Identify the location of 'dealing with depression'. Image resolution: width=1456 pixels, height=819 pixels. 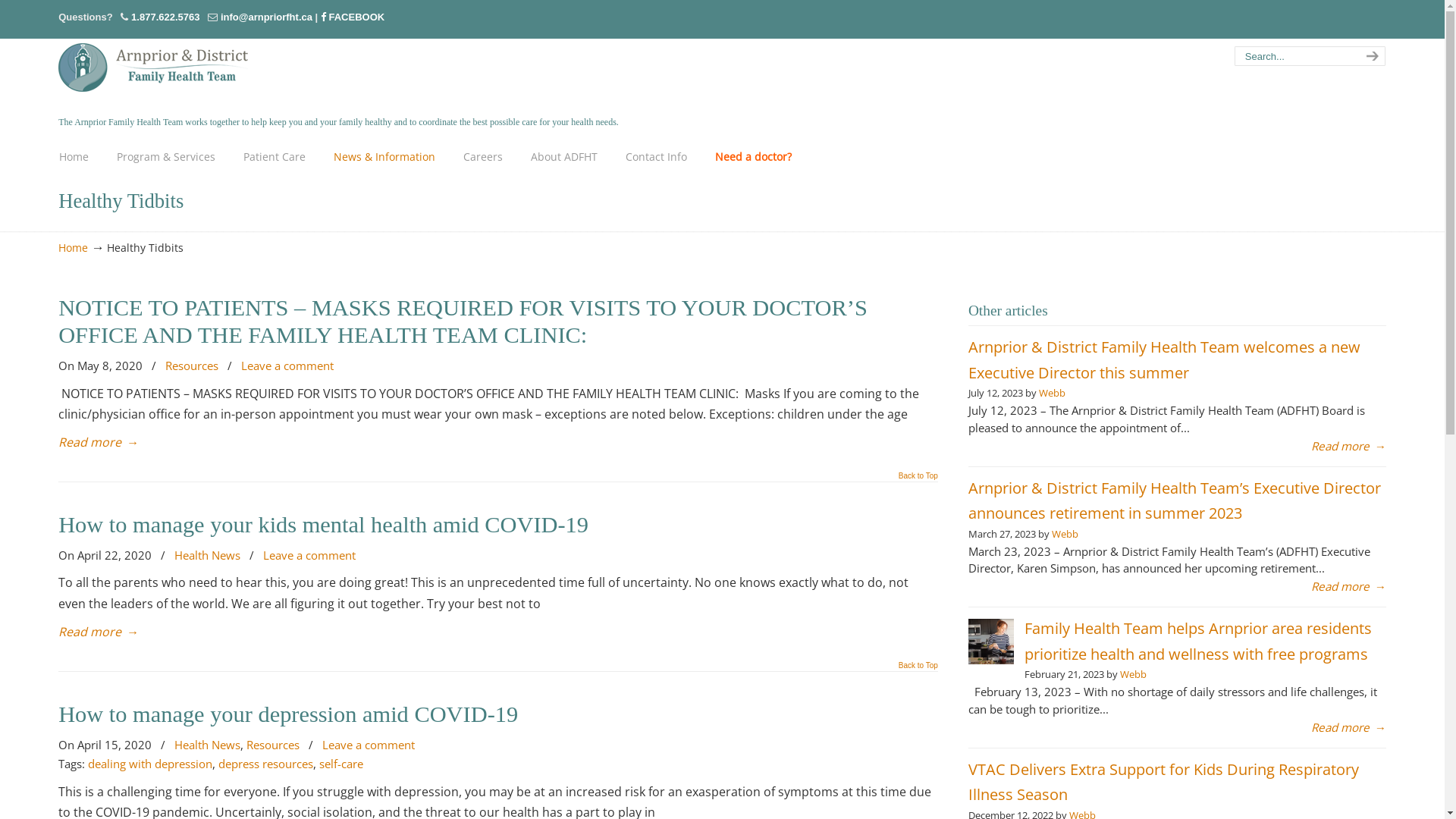
(149, 764).